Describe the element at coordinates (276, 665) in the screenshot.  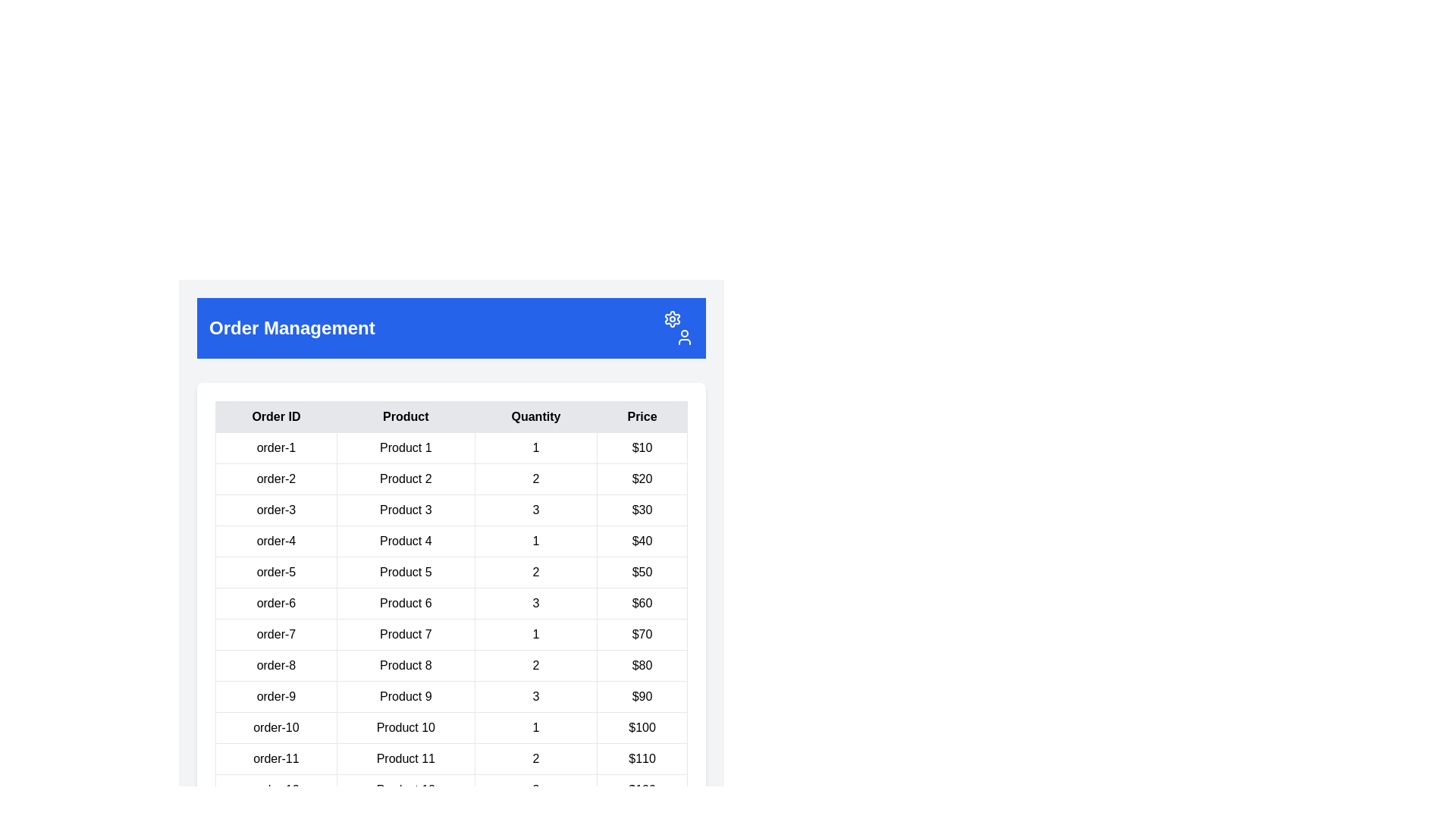
I see `the text label displaying 'order-8'` at that location.